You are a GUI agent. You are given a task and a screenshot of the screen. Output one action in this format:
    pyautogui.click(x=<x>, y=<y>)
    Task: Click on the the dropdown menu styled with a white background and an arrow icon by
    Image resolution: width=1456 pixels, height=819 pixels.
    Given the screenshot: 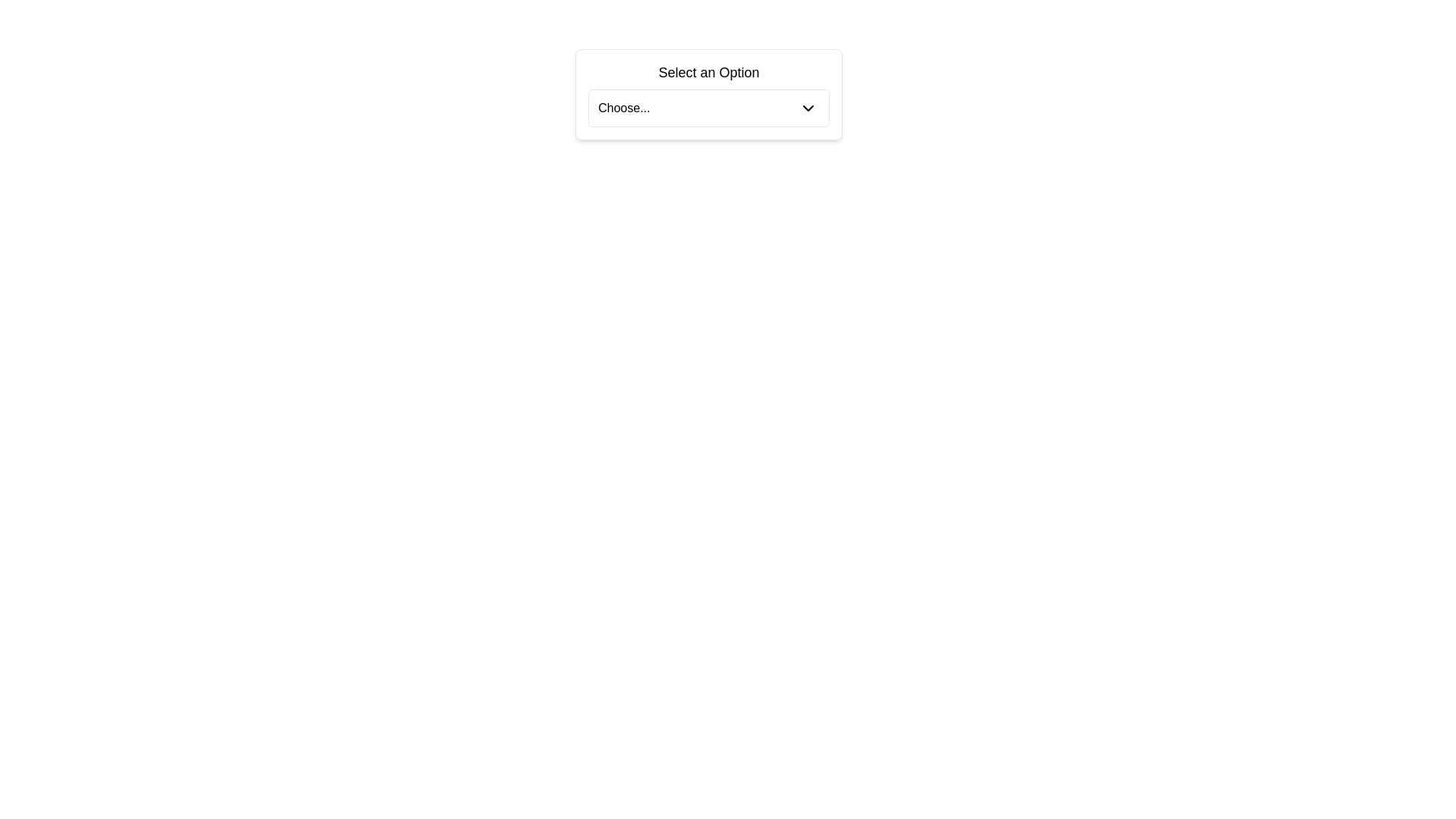 What is the action you would take?
    pyautogui.click(x=708, y=107)
    